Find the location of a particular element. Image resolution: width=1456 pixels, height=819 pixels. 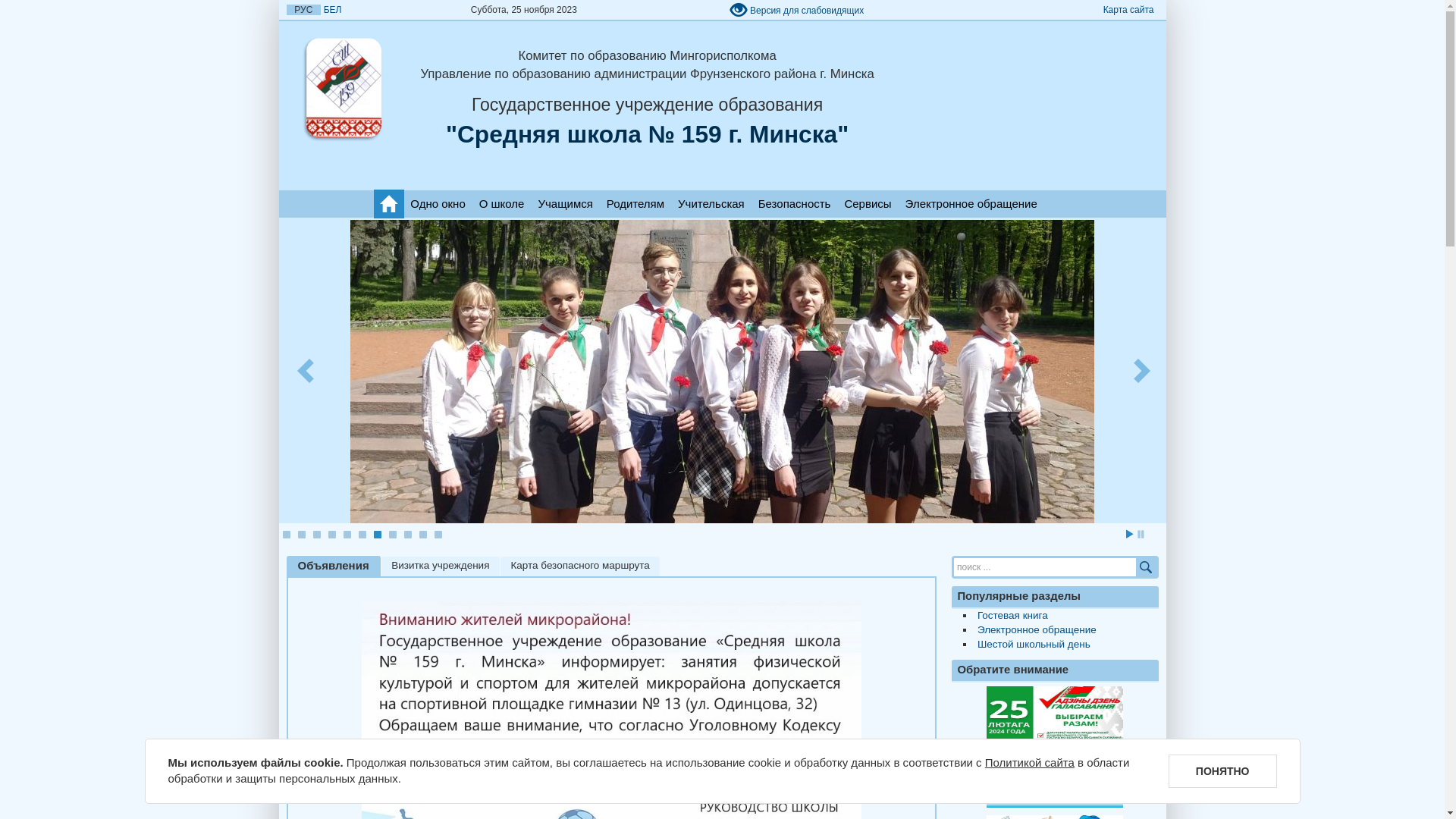

'7' is located at coordinates (372, 534).